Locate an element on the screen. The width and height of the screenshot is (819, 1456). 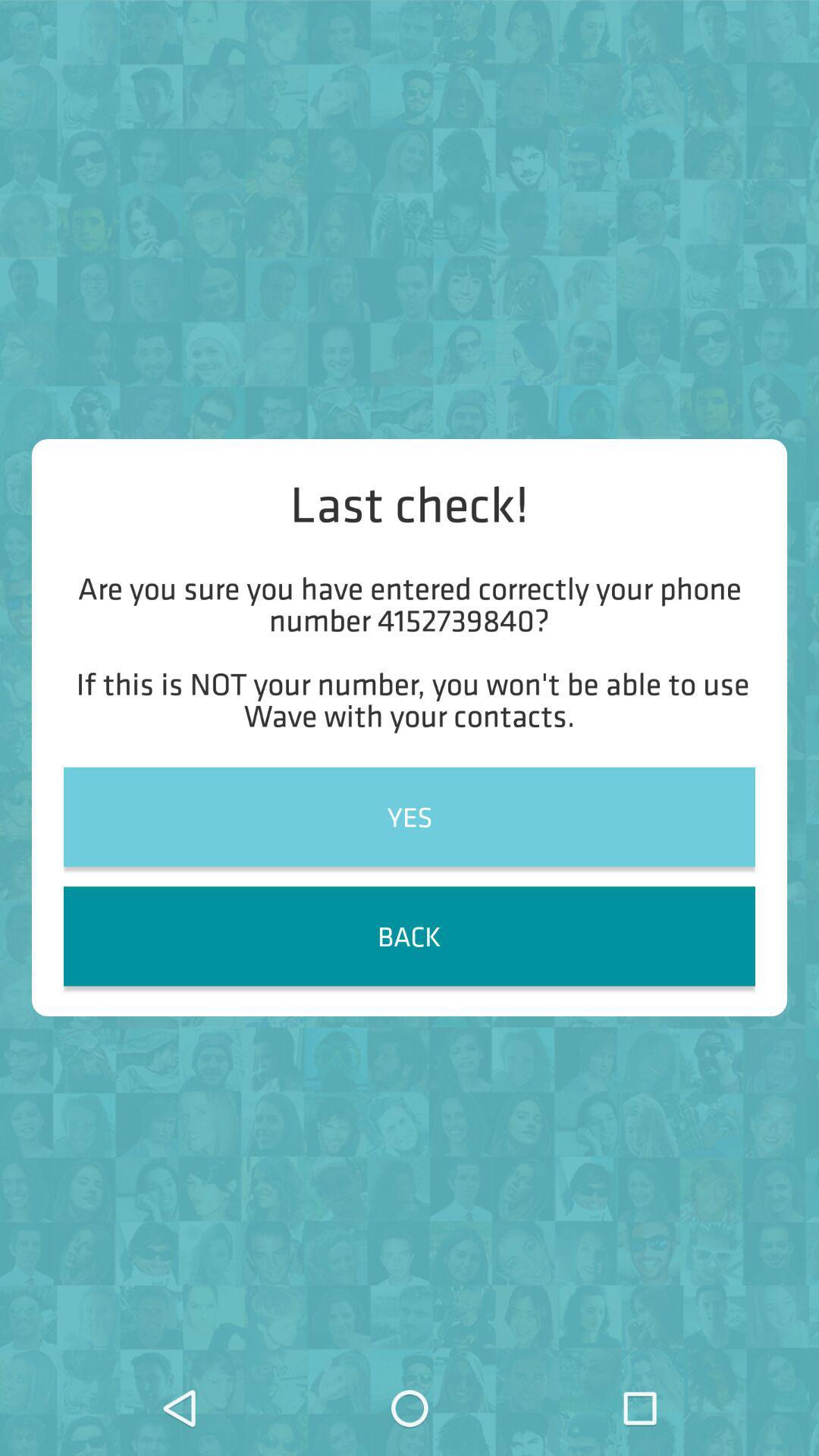
item below yes item is located at coordinates (409, 935).